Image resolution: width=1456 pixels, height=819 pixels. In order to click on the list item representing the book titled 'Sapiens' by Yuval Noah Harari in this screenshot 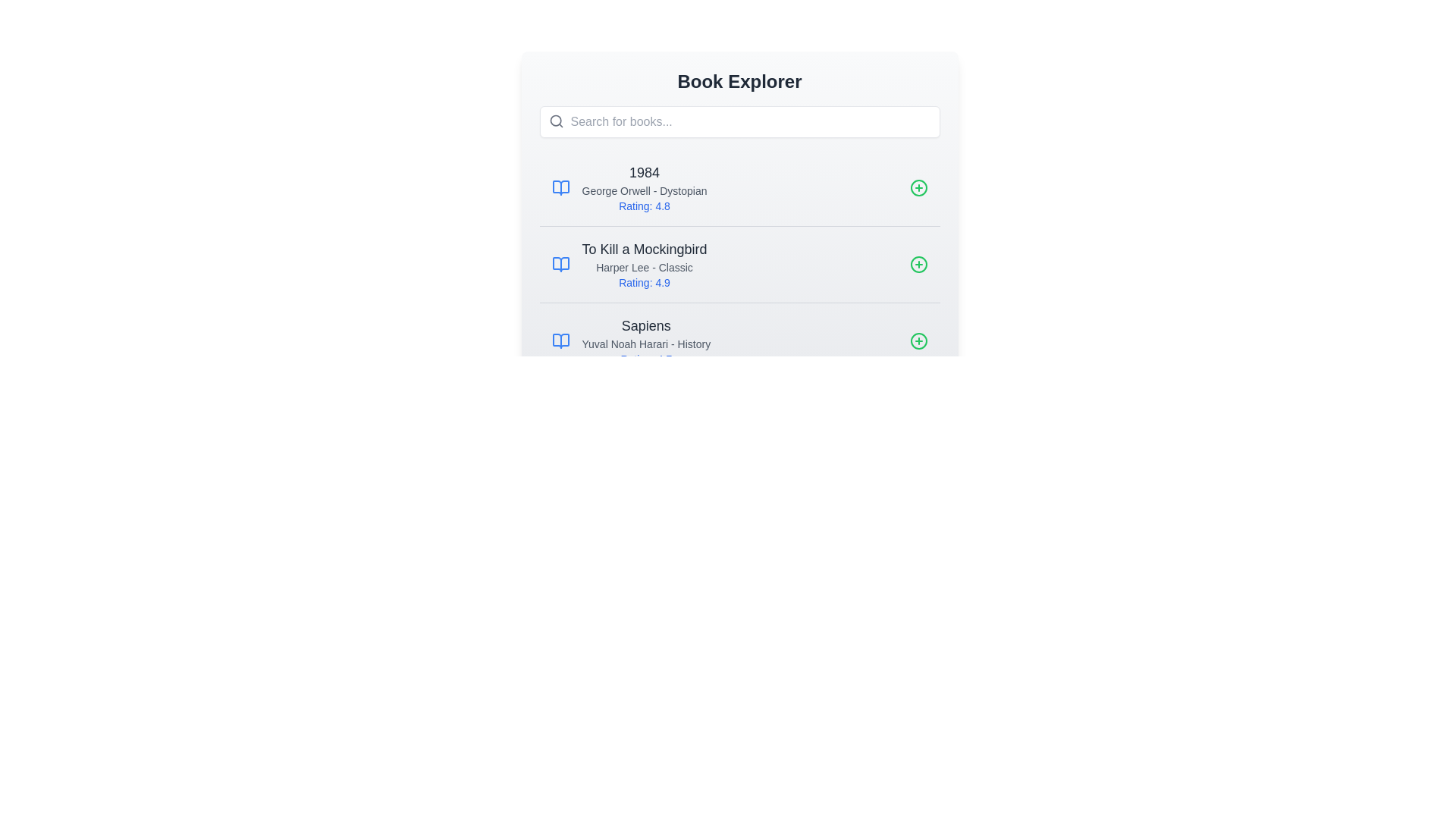, I will do `click(739, 340)`.